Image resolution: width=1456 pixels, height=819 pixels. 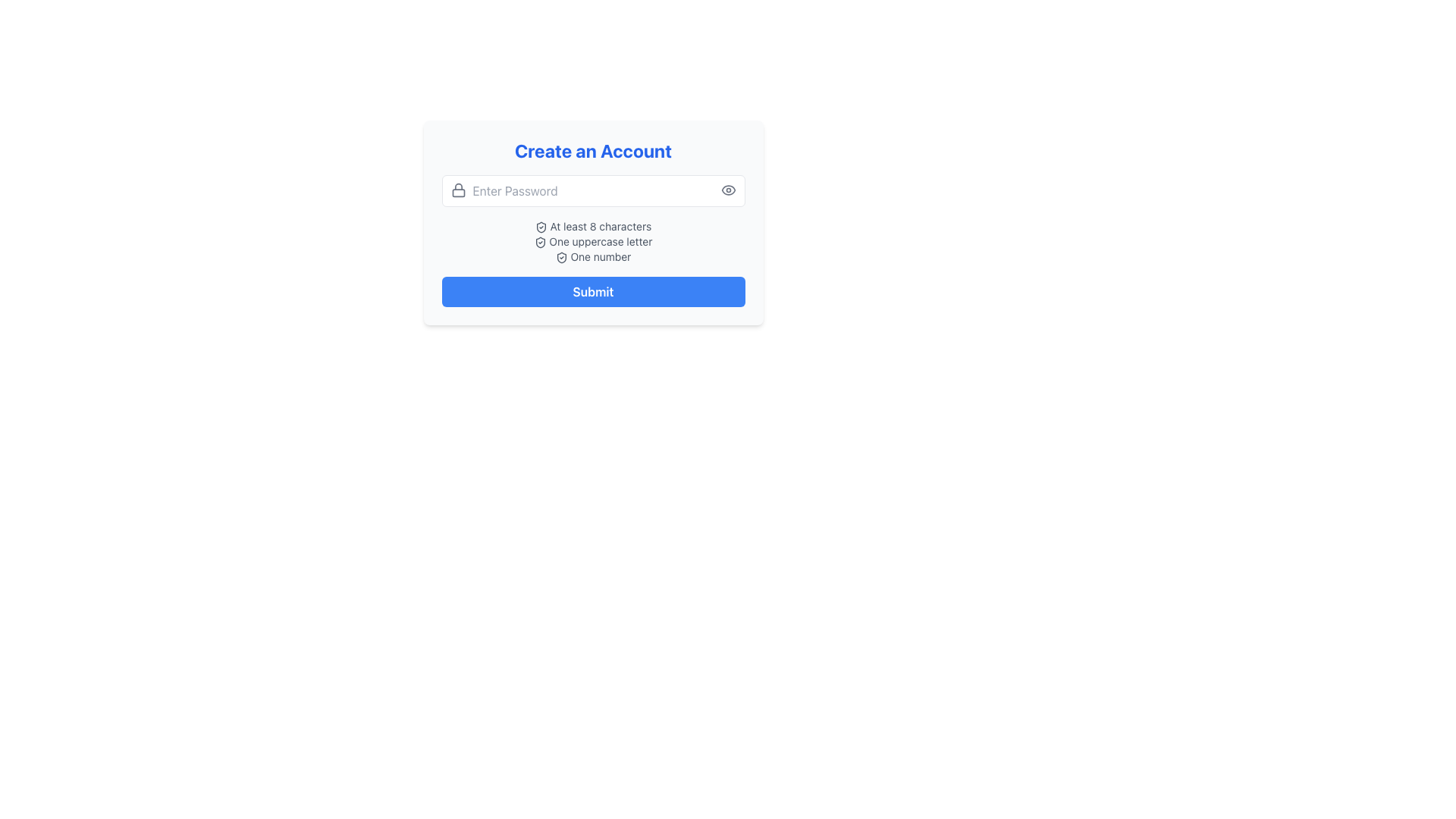 What do you see at coordinates (592, 256) in the screenshot?
I see `the Text Label with Icon displaying 'One number' to possibly see additional information` at bounding box center [592, 256].